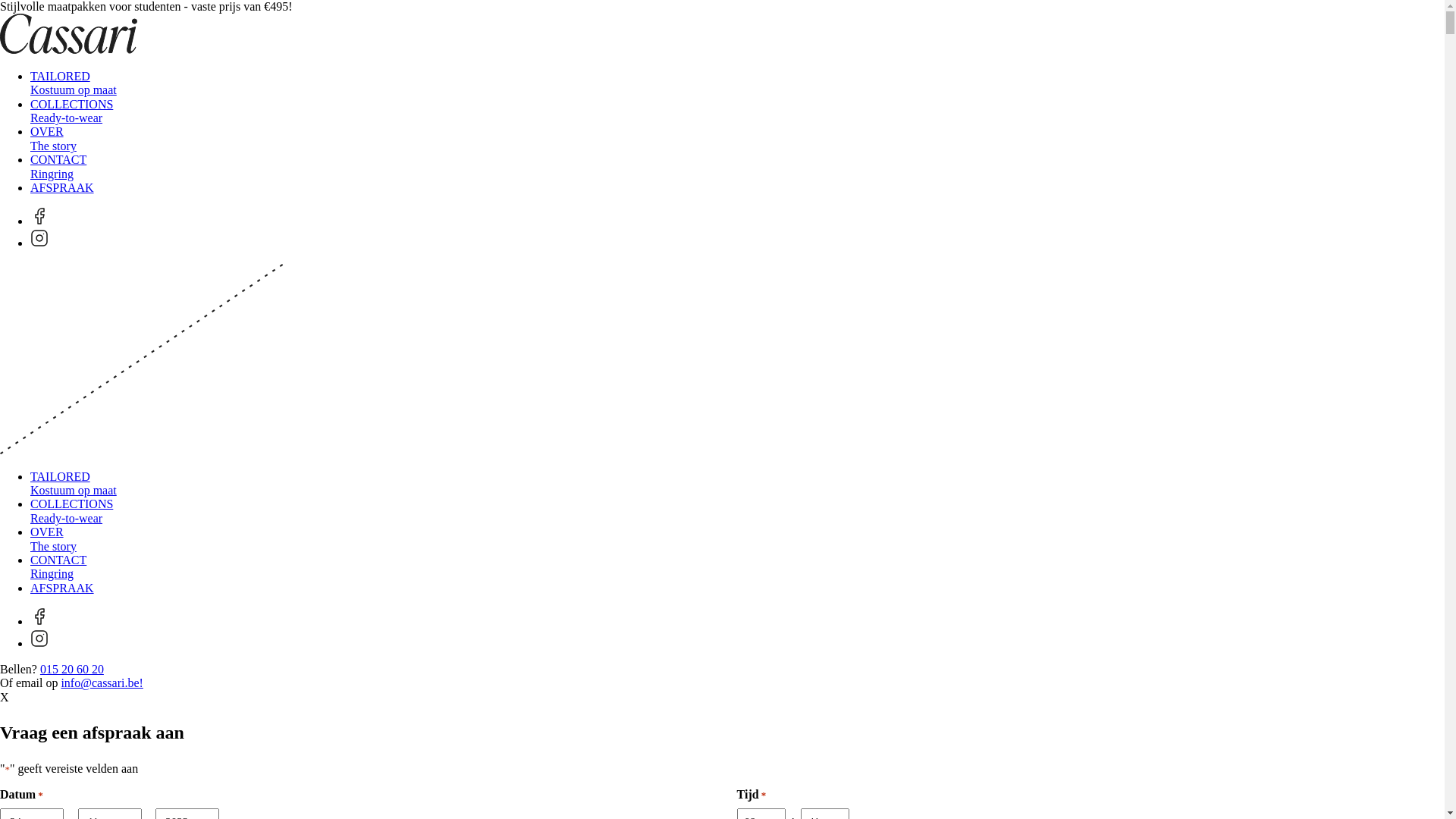 The height and width of the screenshot is (819, 1456). Describe the element at coordinates (72, 483) in the screenshot. I see `'TAILORED` at that location.